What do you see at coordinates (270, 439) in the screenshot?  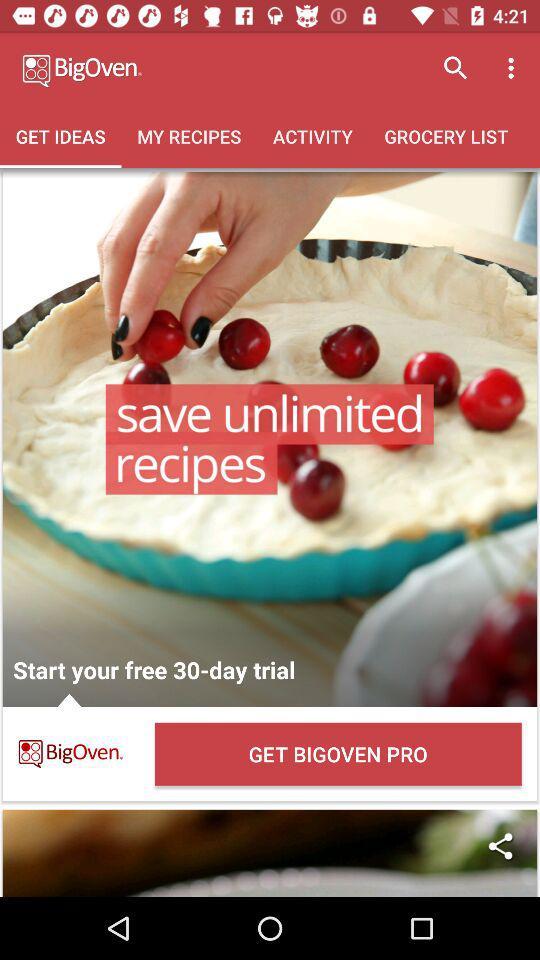 I see `access recipes` at bounding box center [270, 439].